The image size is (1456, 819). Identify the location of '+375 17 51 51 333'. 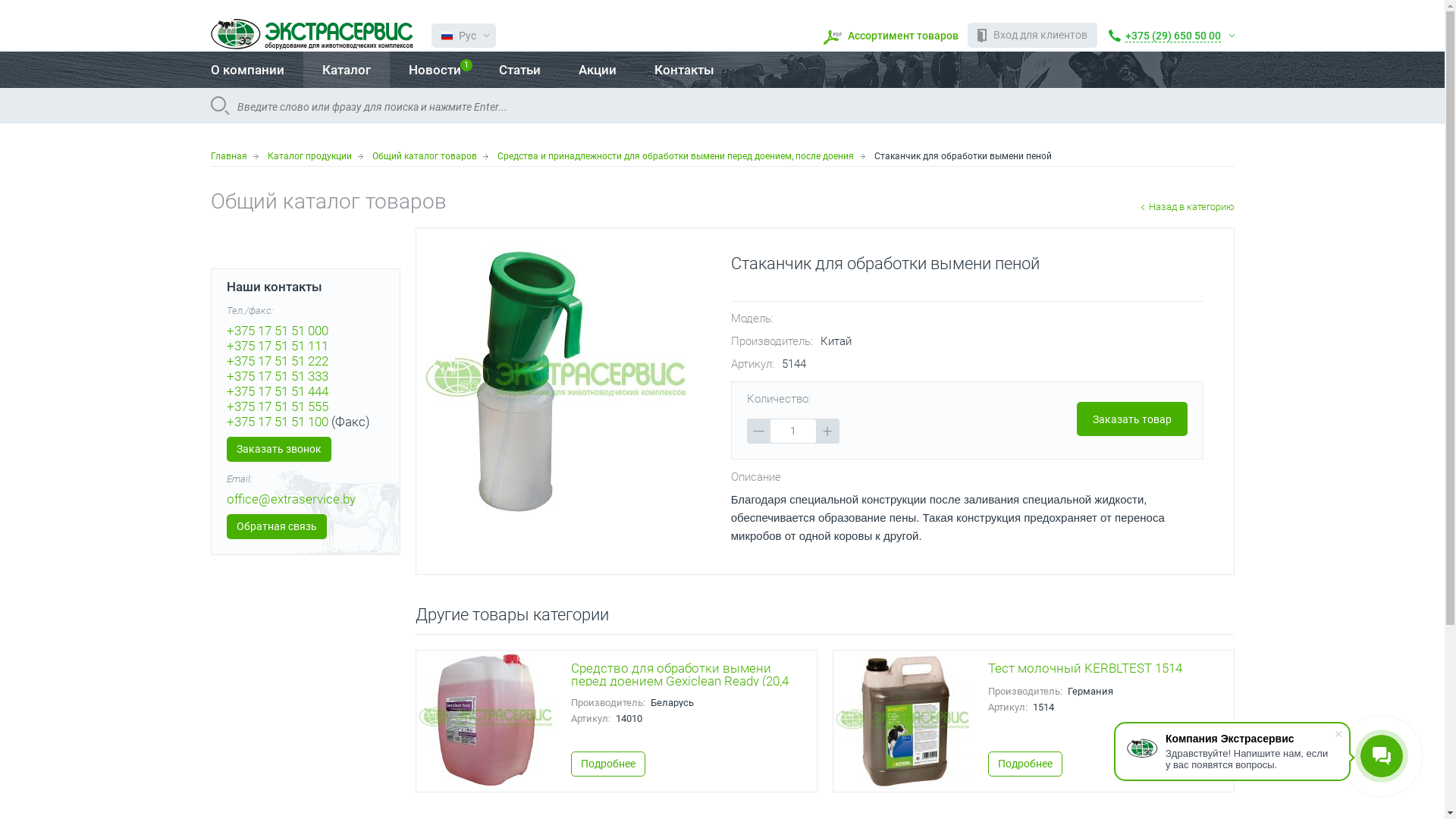
(276, 375).